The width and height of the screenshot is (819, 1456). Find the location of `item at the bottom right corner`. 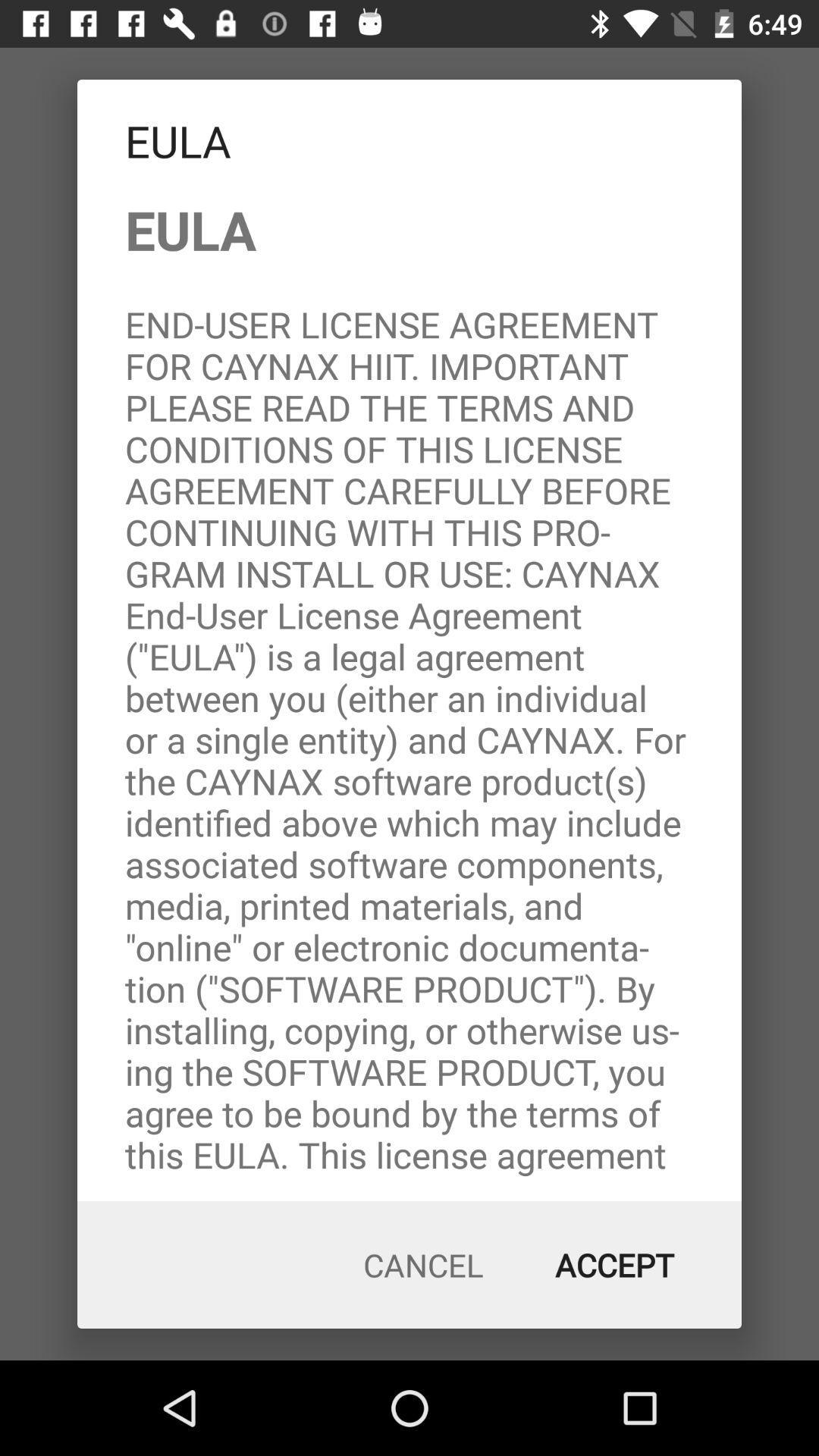

item at the bottom right corner is located at coordinates (614, 1265).